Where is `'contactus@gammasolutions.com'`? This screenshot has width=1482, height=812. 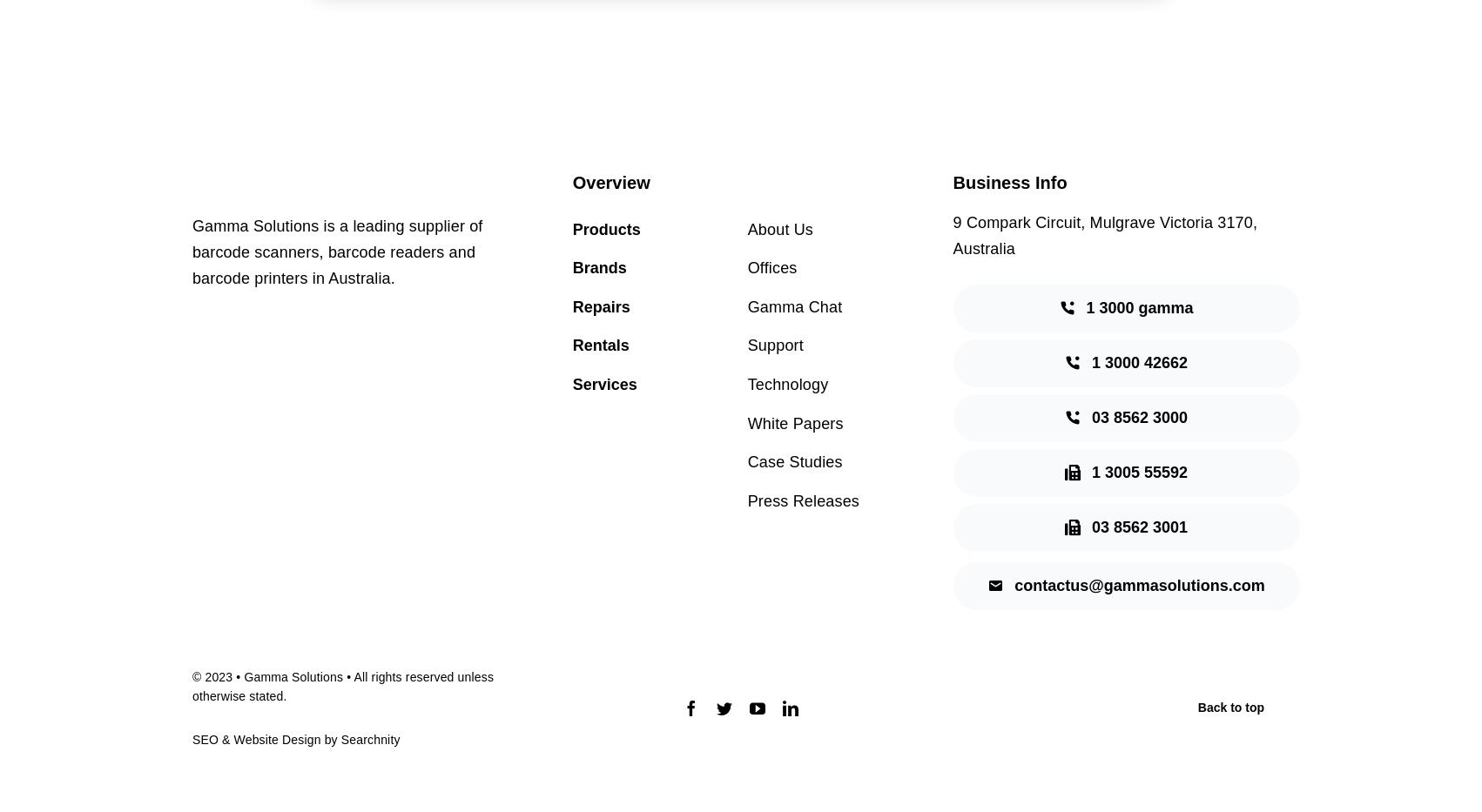
'contactus@gammasolutions.com' is located at coordinates (1138, 584).